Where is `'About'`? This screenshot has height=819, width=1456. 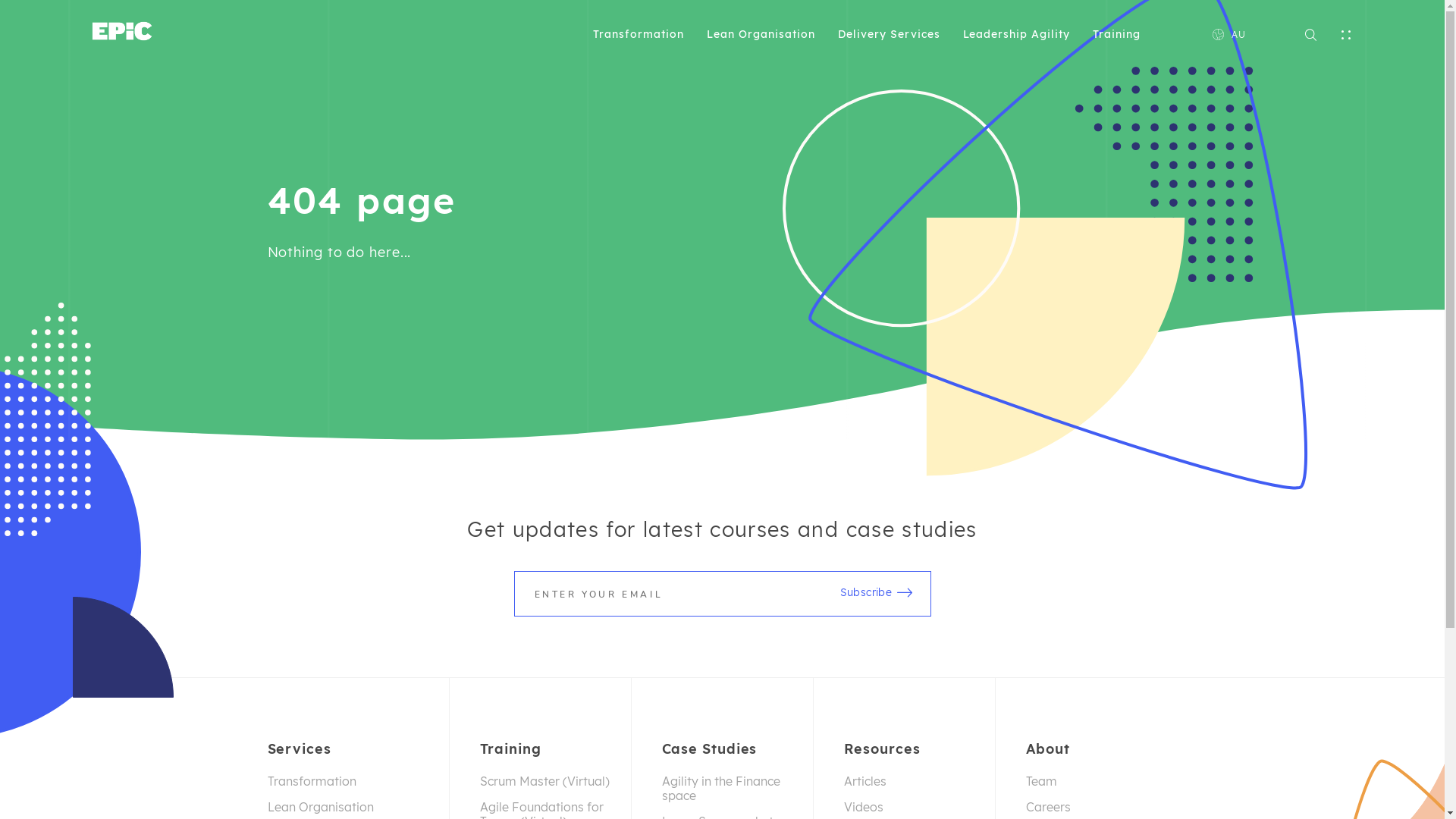 'About' is located at coordinates (1101, 748).